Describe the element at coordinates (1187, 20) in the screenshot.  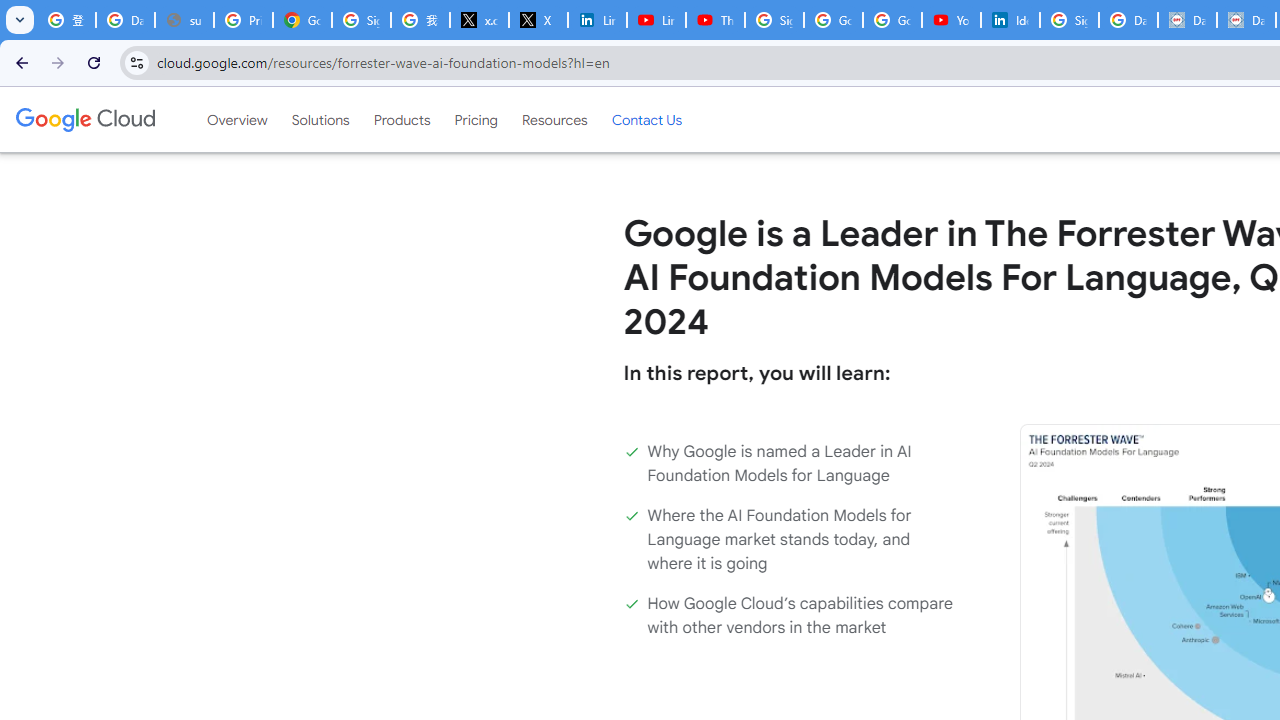
I see `'Data Privacy Framework'` at that location.